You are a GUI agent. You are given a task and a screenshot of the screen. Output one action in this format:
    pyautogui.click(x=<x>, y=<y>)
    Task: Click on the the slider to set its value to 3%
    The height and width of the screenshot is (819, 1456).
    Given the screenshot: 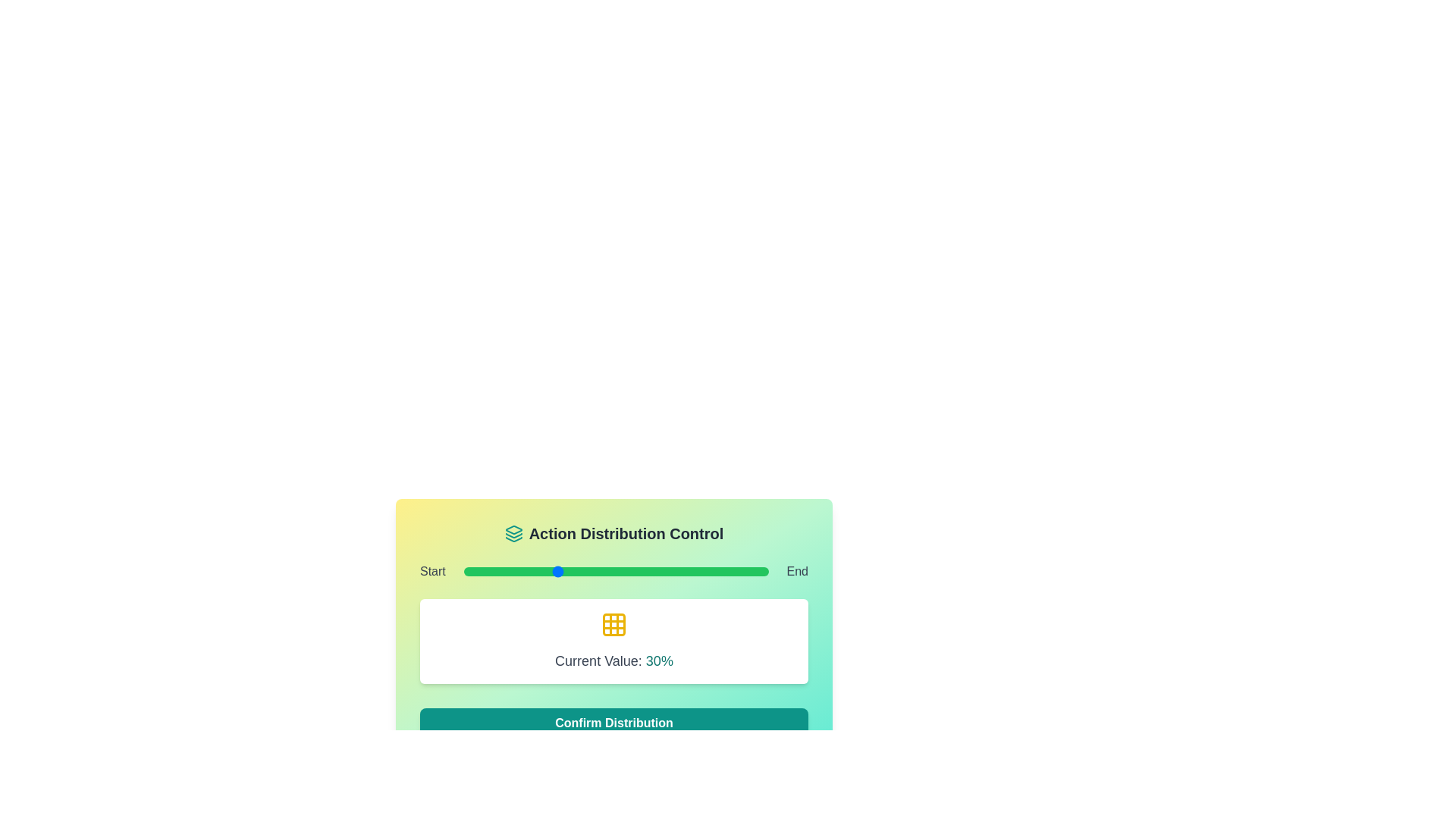 What is the action you would take?
    pyautogui.click(x=472, y=571)
    